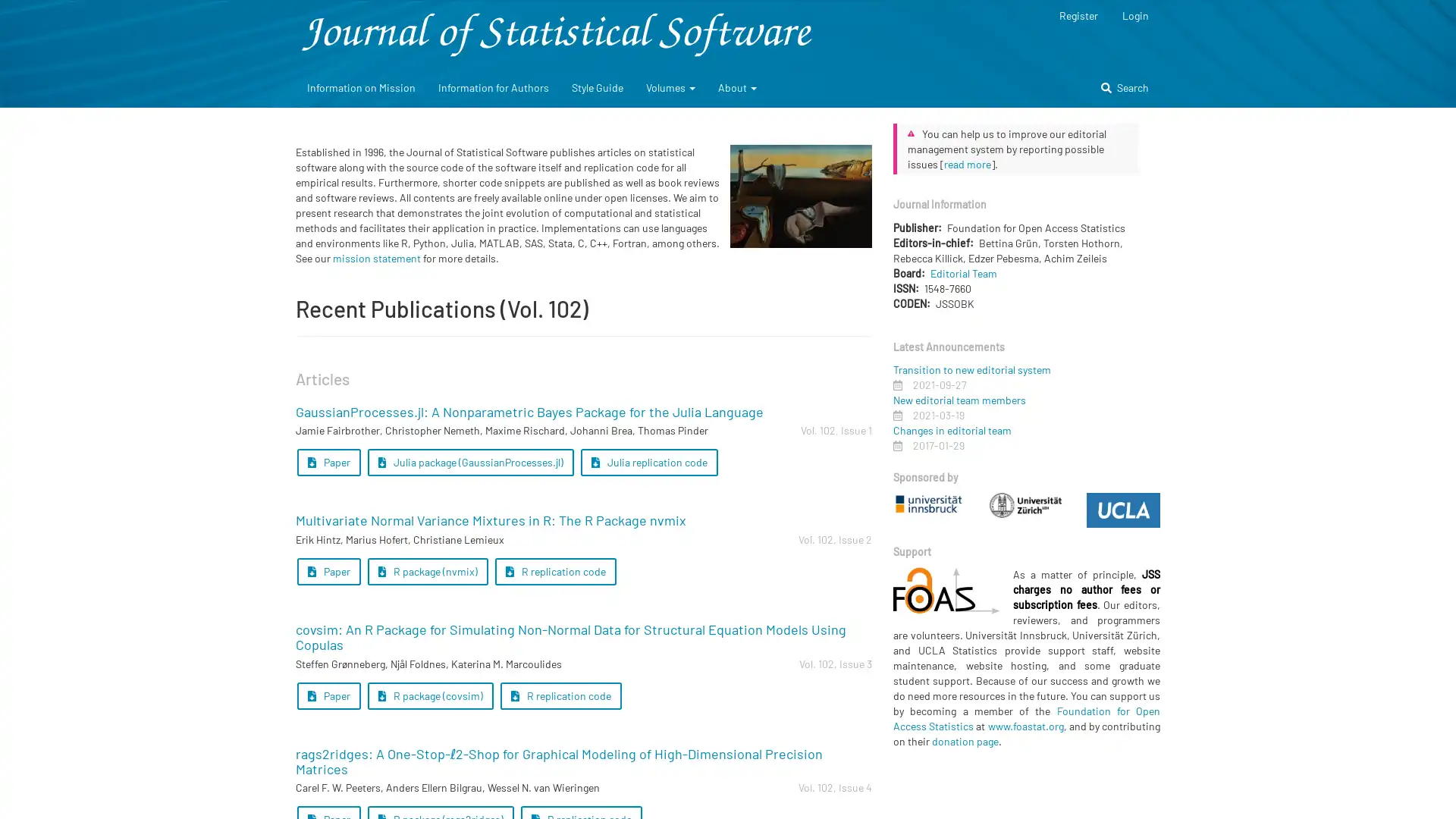 The height and width of the screenshot is (819, 1456). I want to click on Julia replication code, so click(648, 461).